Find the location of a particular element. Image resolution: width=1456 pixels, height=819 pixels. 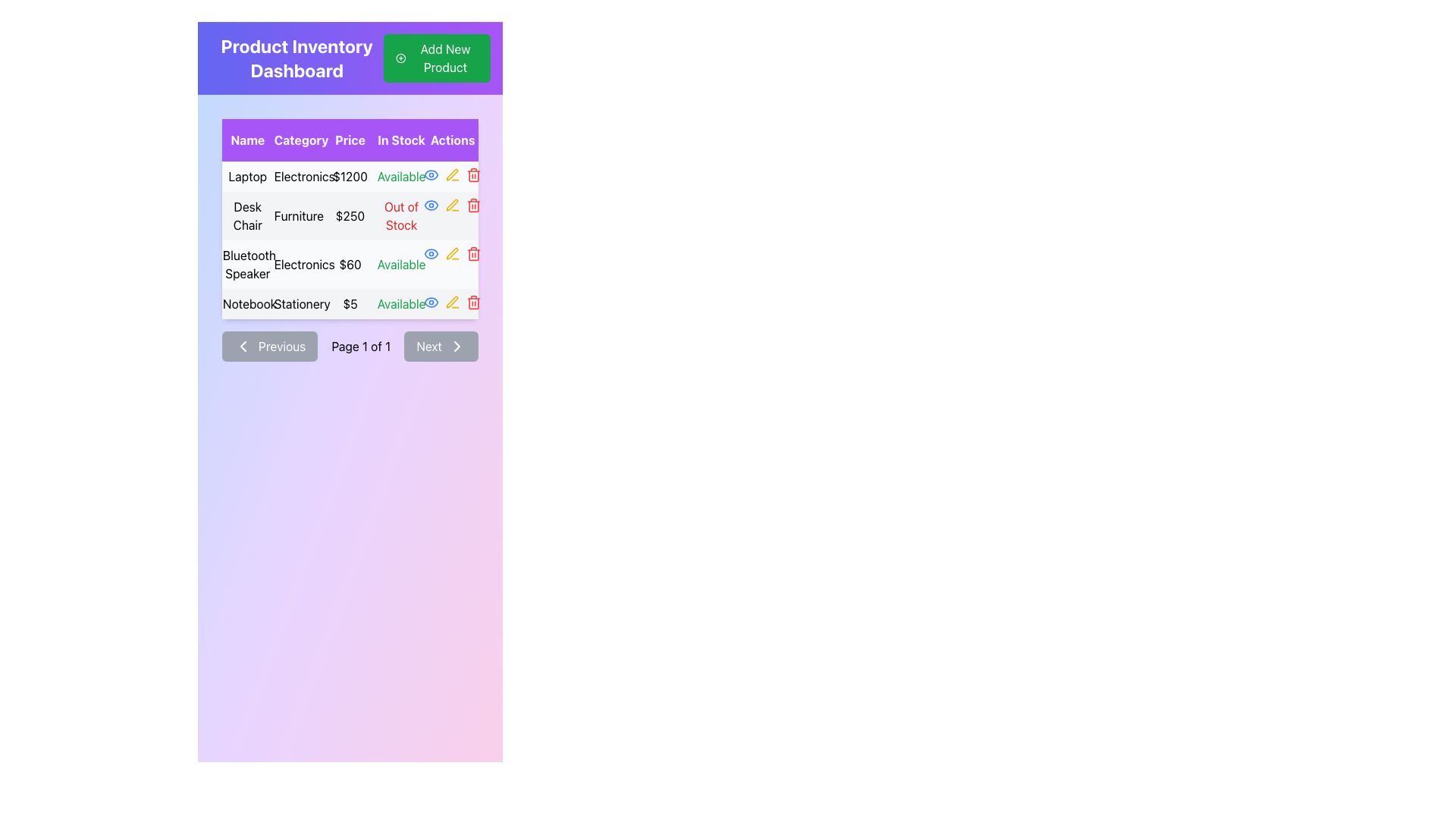

the edit icon button located in the 'Actions' column of the third row in the table to modify the associated product's details is located at coordinates (451, 174).